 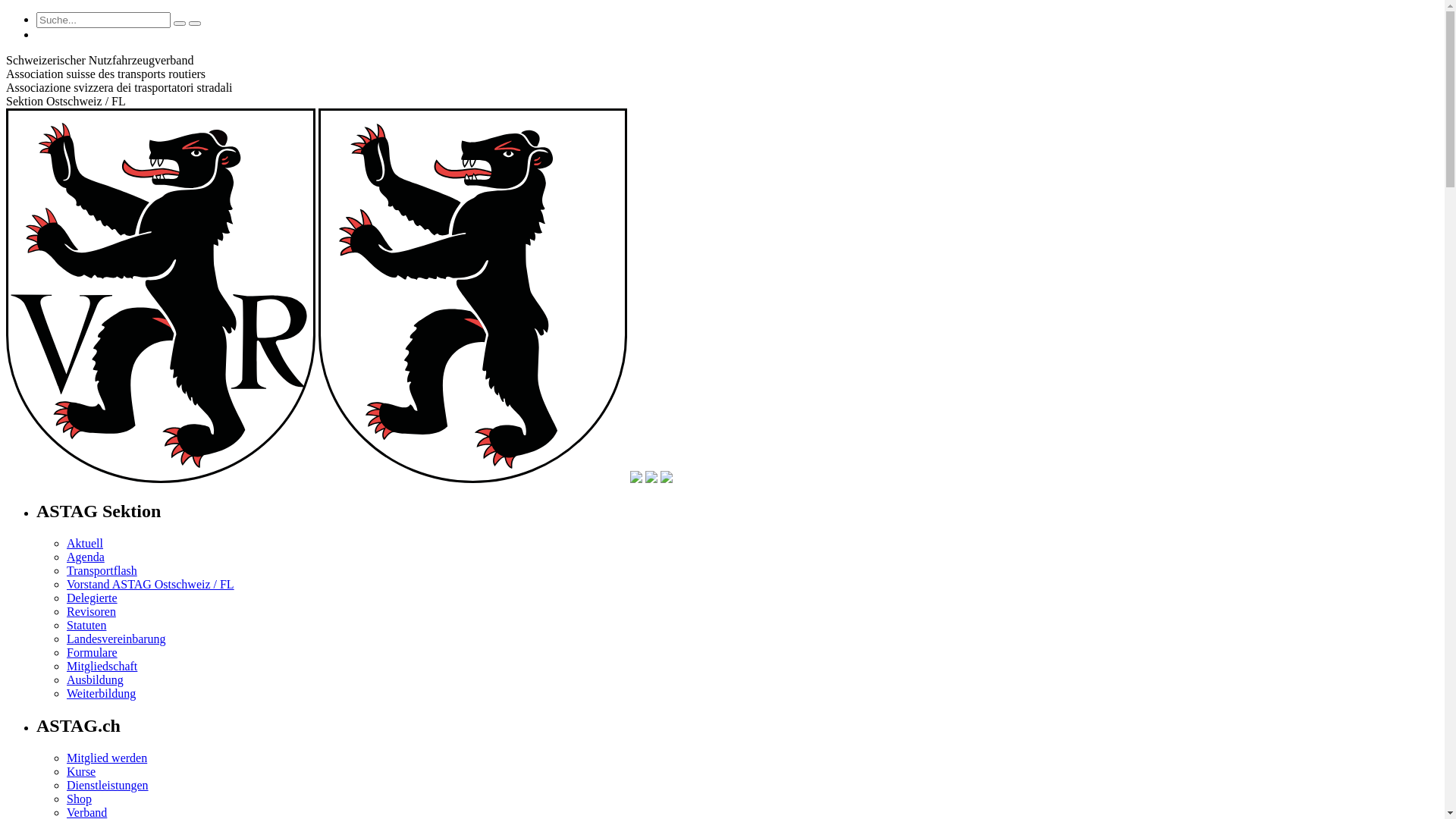 I want to click on 'Delegierte', so click(x=91, y=597).